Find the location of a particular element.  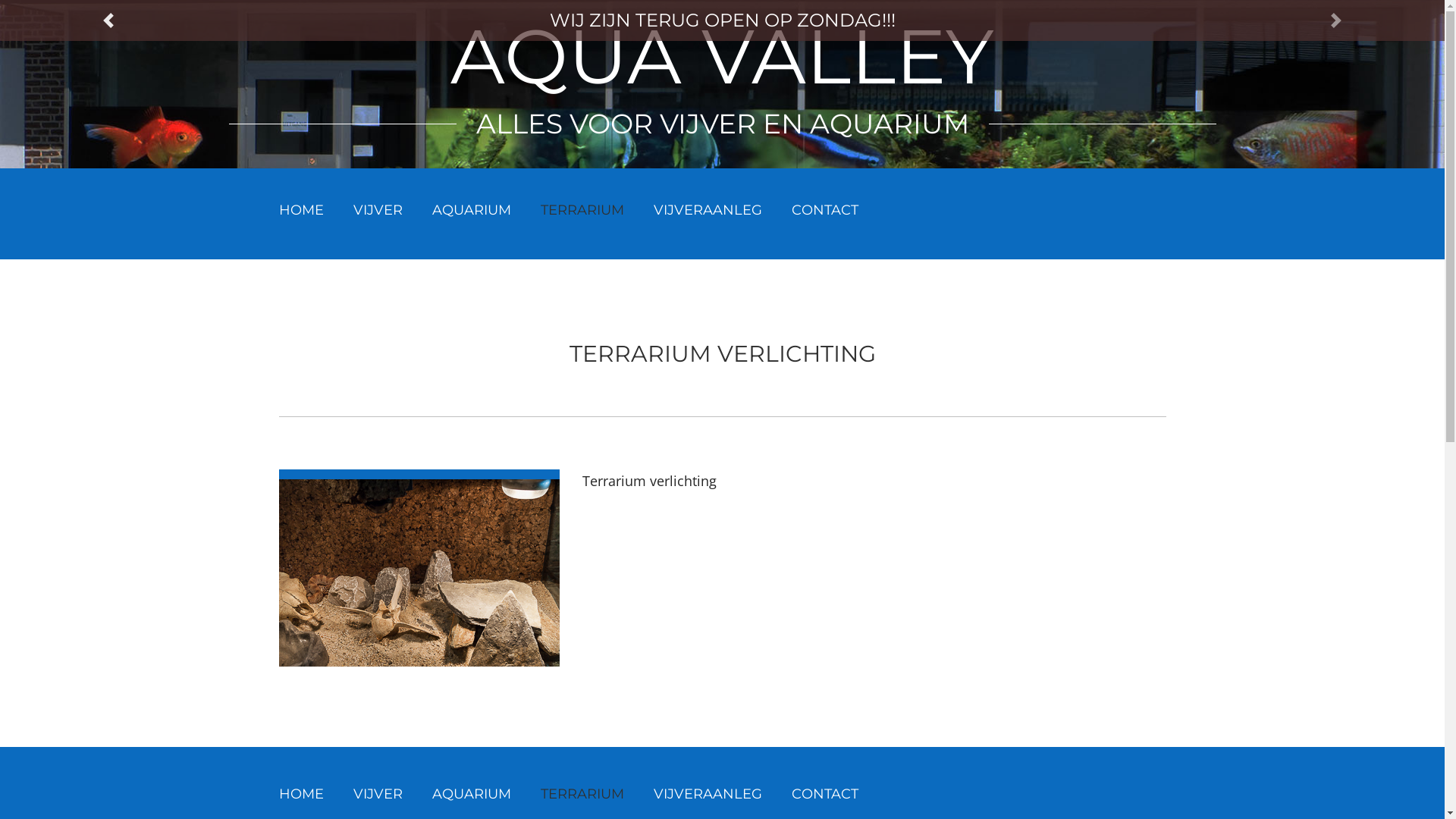

'AQUARIUM' is located at coordinates (471, 792).